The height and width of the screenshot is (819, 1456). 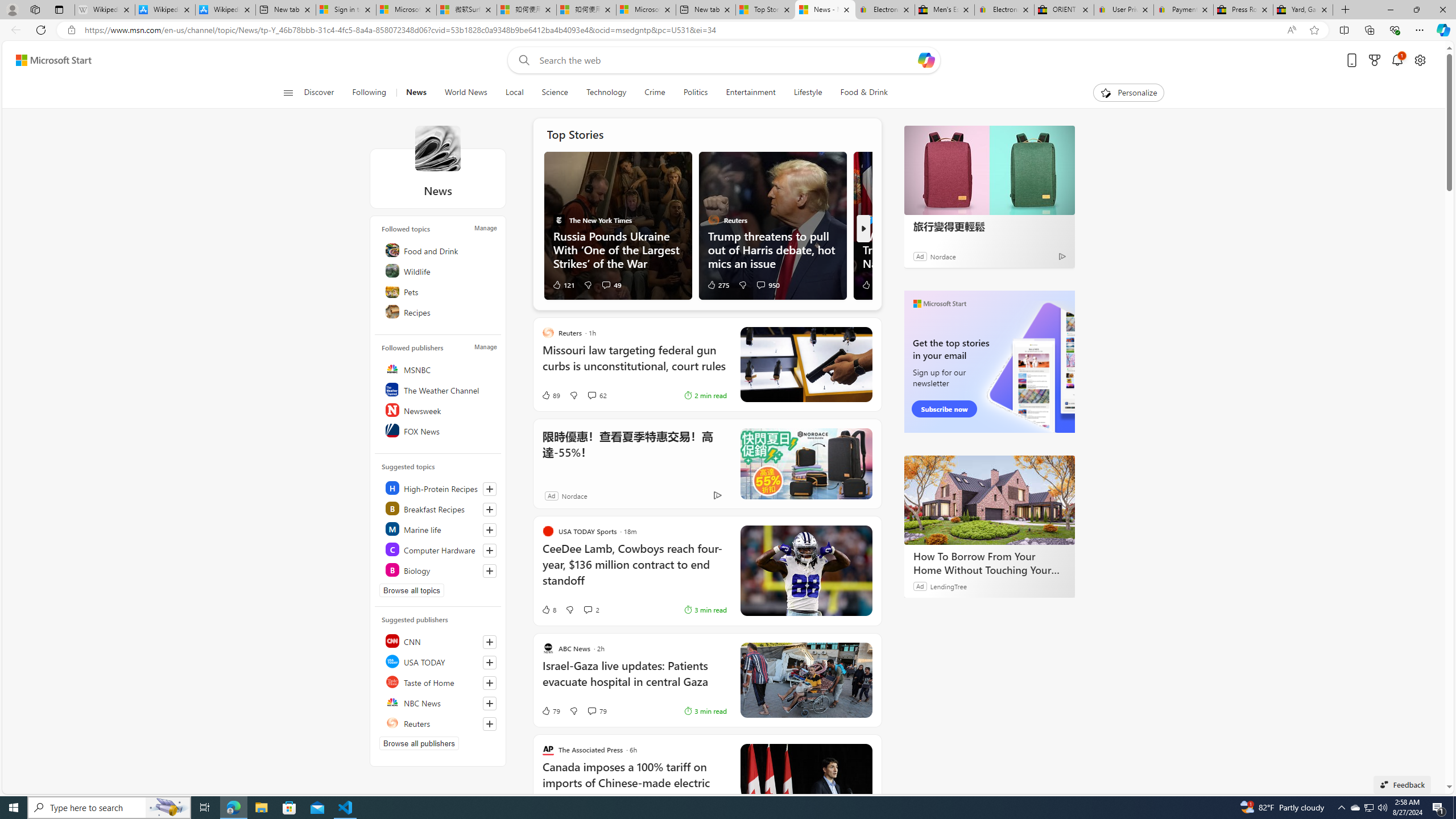 What do you see at coordinates (717, 284) in the screenshot?
I see `'275 Like'` at bounding box center [717, 284].